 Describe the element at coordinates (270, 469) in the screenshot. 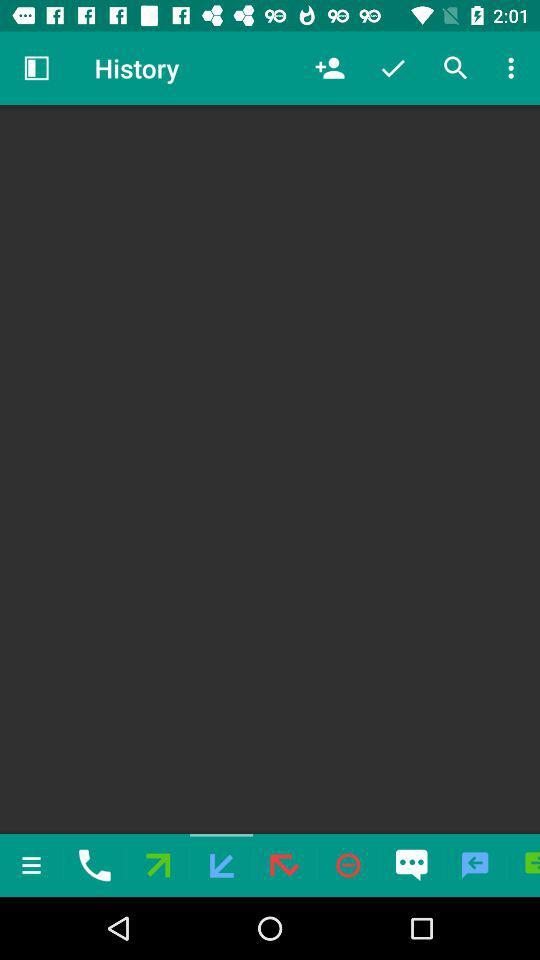

I see `the item at the center` at that location.